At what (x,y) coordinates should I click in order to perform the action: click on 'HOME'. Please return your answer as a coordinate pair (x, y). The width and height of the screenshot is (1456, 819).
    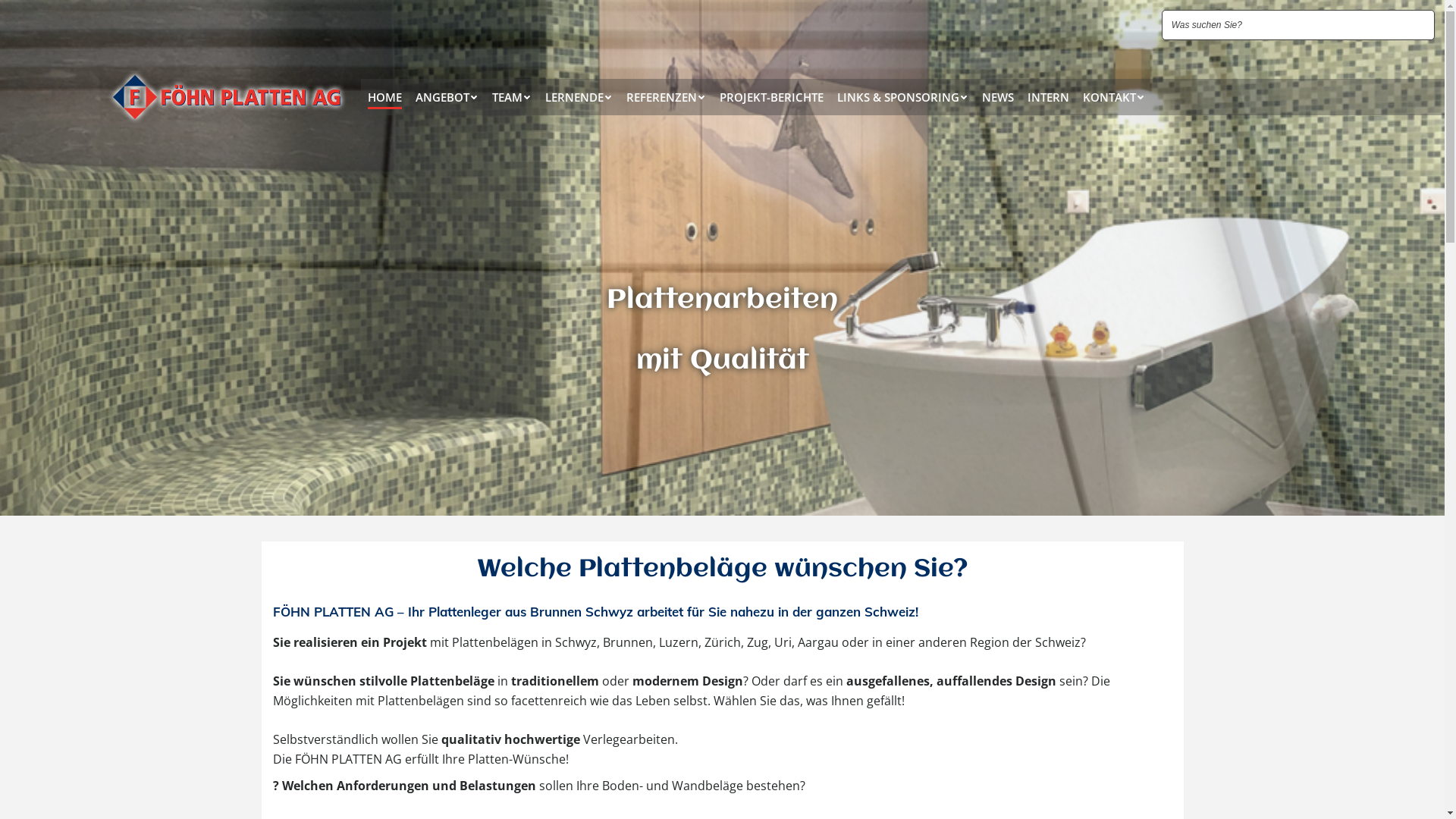
    Looking at the image, I should click on (367, 97).